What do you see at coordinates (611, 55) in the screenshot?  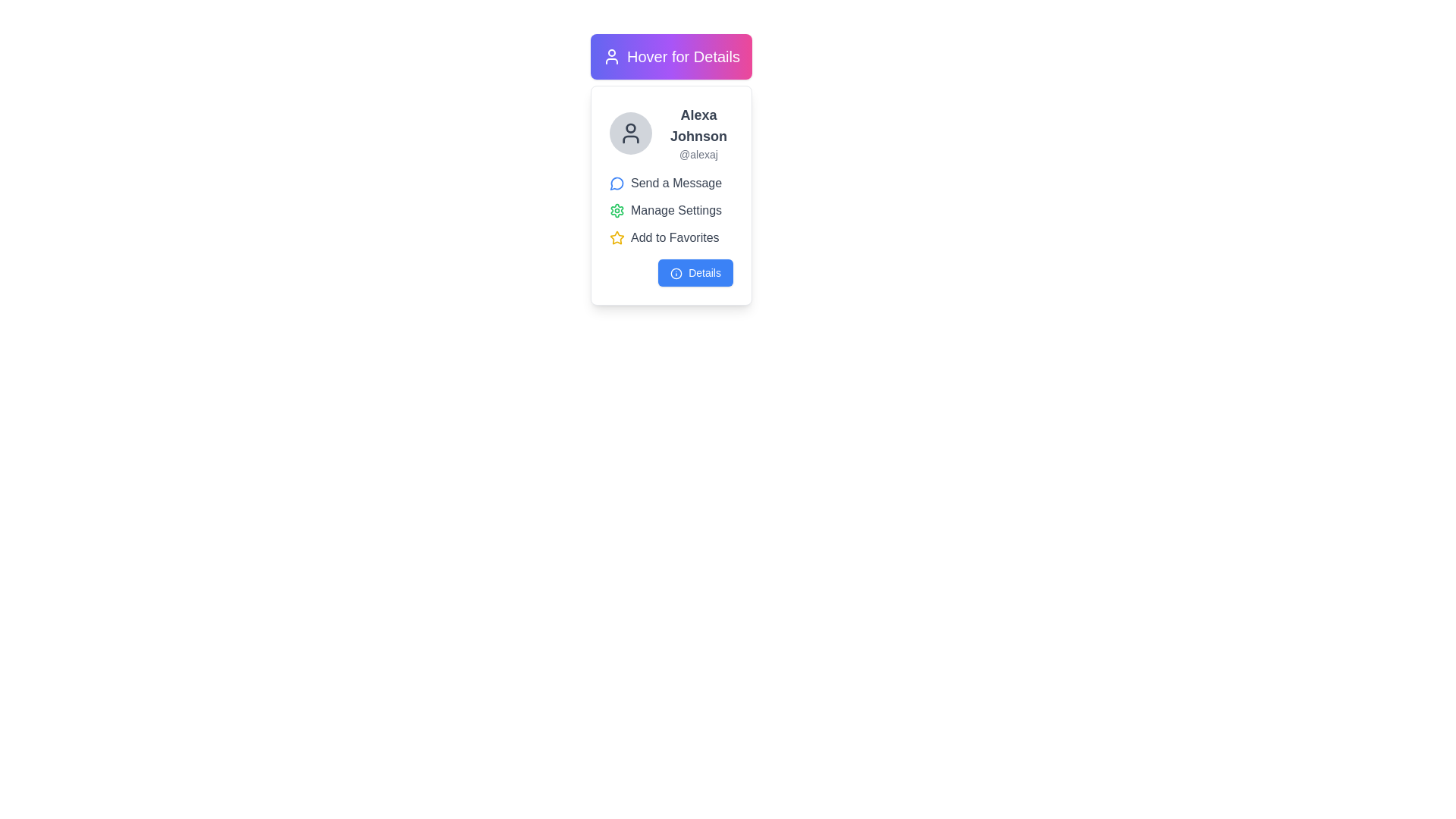 I see `the user silhouette icon with a gray outline, located inside the purple gradient rectangle that contains the text 'Hover for Details'` at bounding box center [611, 55].